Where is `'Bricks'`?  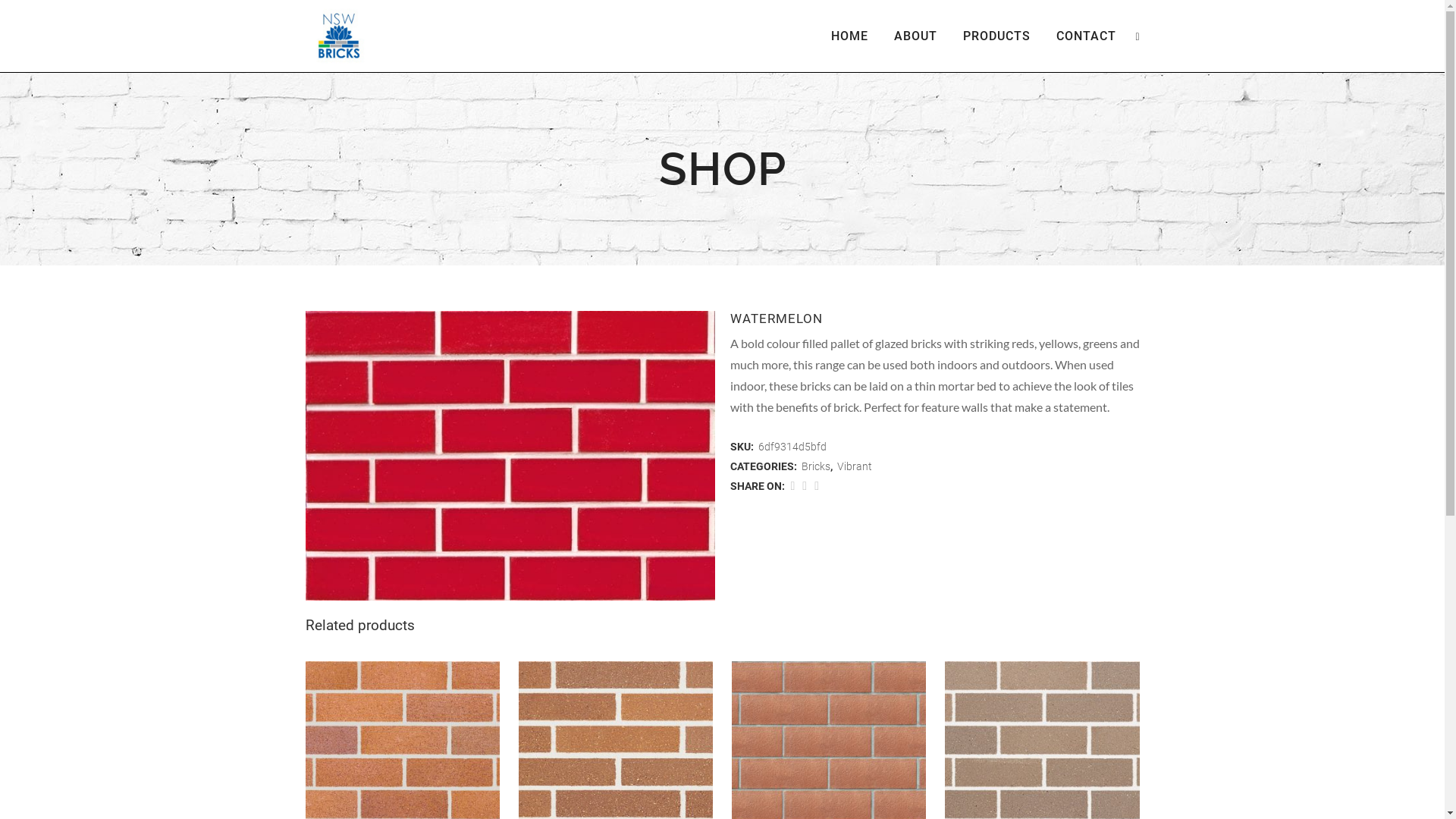 'Bricks' is located at coordinates (814, 465).